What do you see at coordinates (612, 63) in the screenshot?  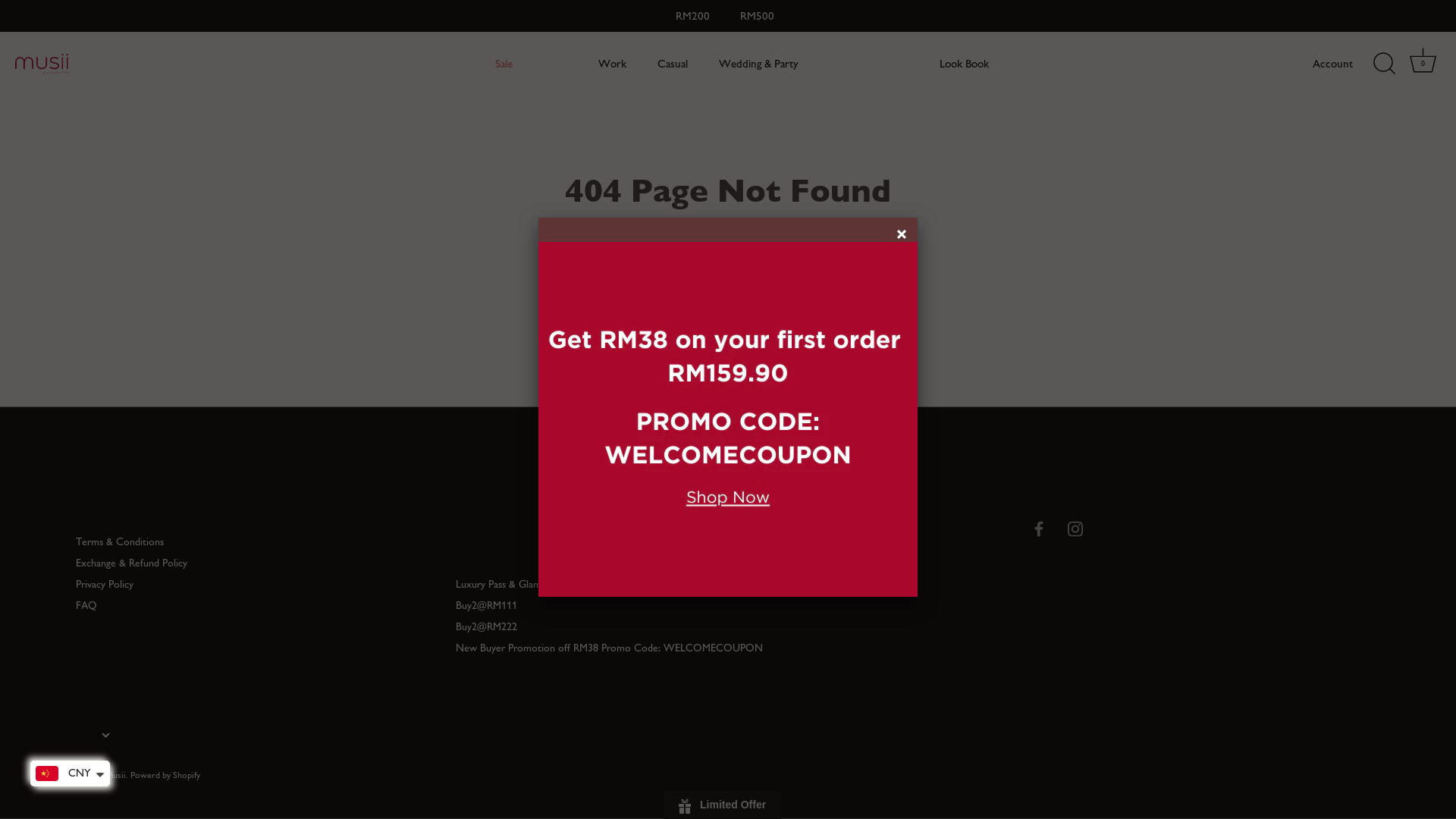 I see `'Work'` at bounding box center [612, 63].